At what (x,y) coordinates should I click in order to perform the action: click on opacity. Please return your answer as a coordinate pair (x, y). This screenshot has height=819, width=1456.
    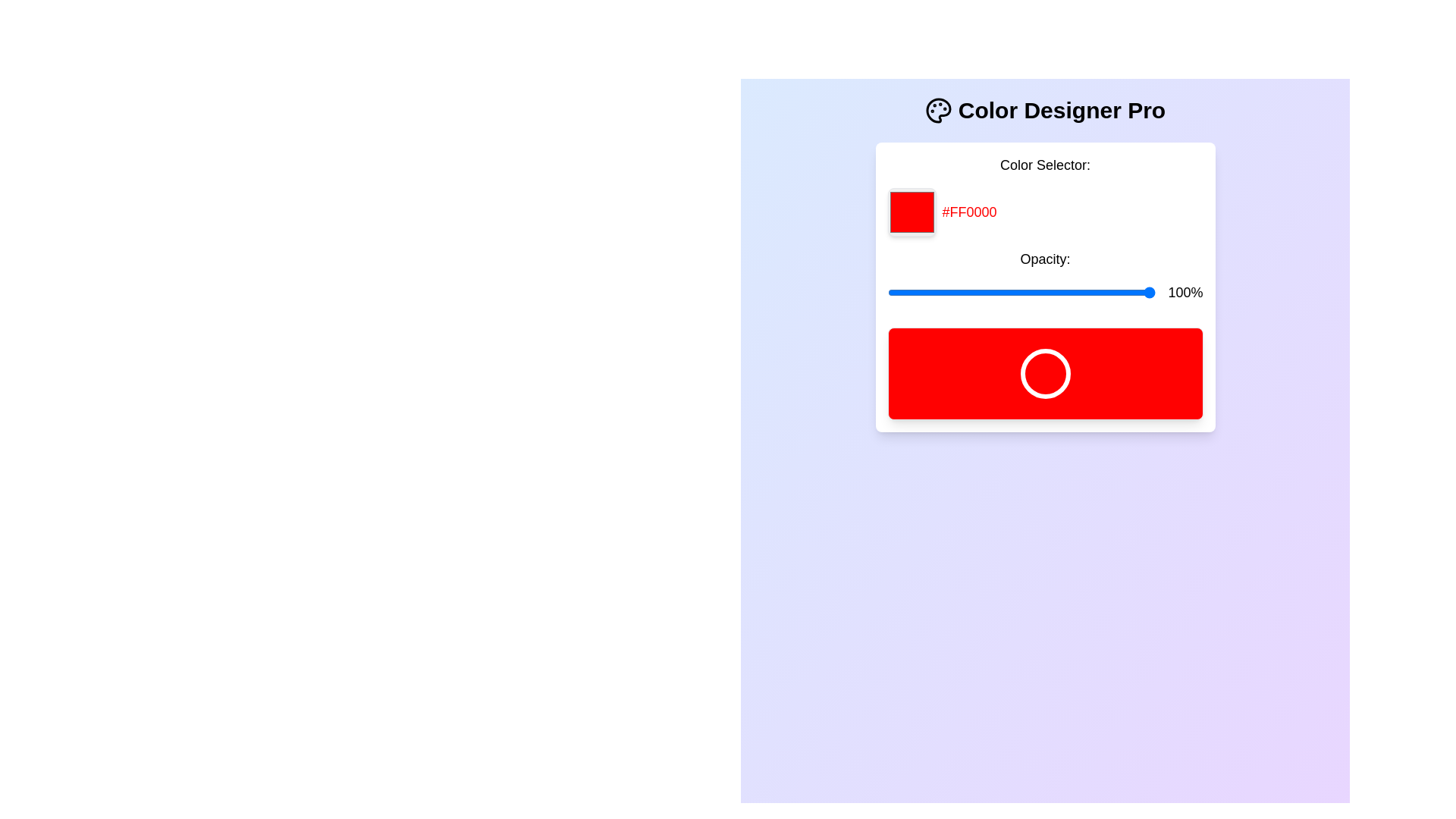
    Looking at the image, I should click on (1016, 292).